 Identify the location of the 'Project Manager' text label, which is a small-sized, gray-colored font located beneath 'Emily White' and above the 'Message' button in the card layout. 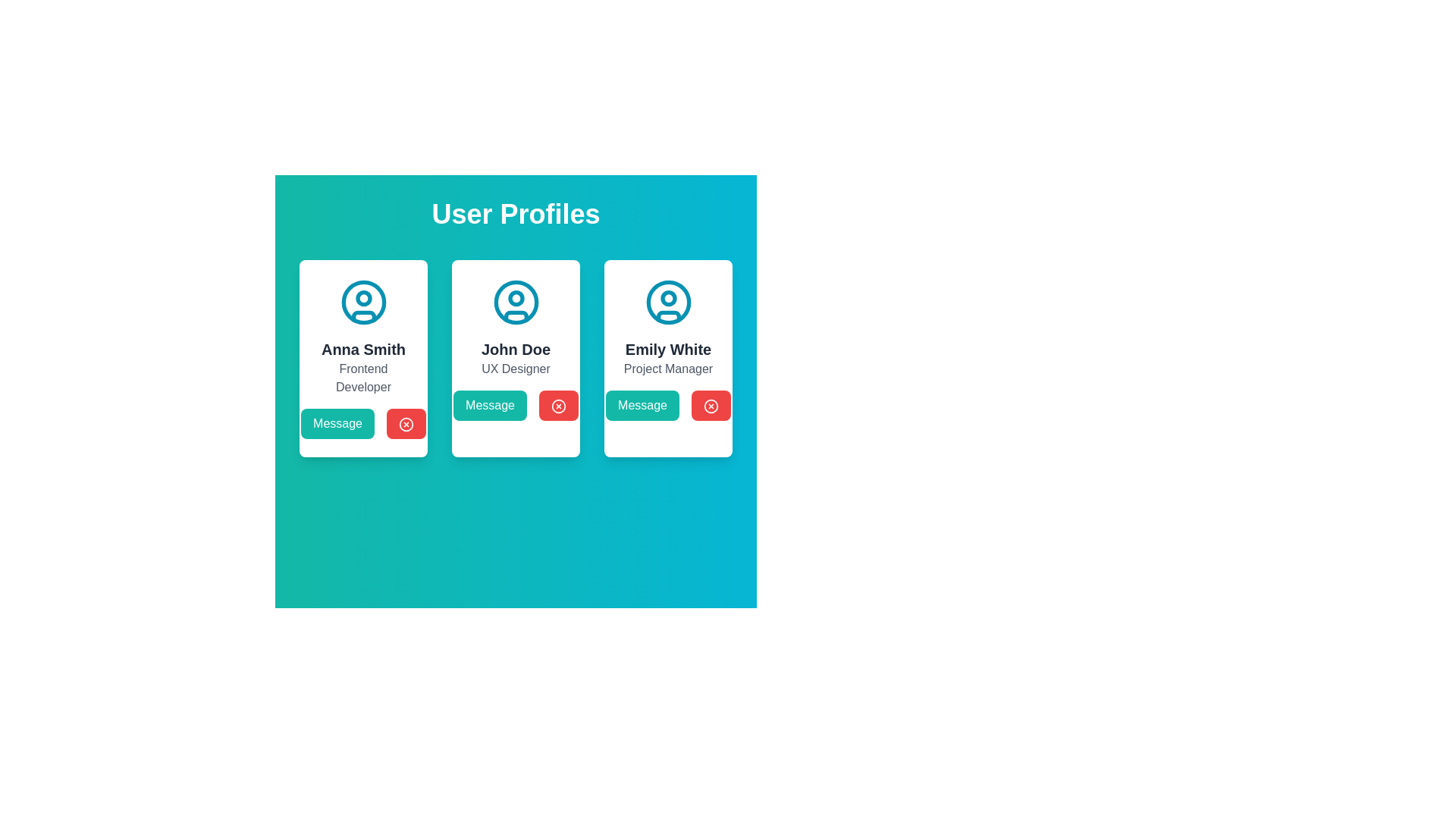
(667, 369).